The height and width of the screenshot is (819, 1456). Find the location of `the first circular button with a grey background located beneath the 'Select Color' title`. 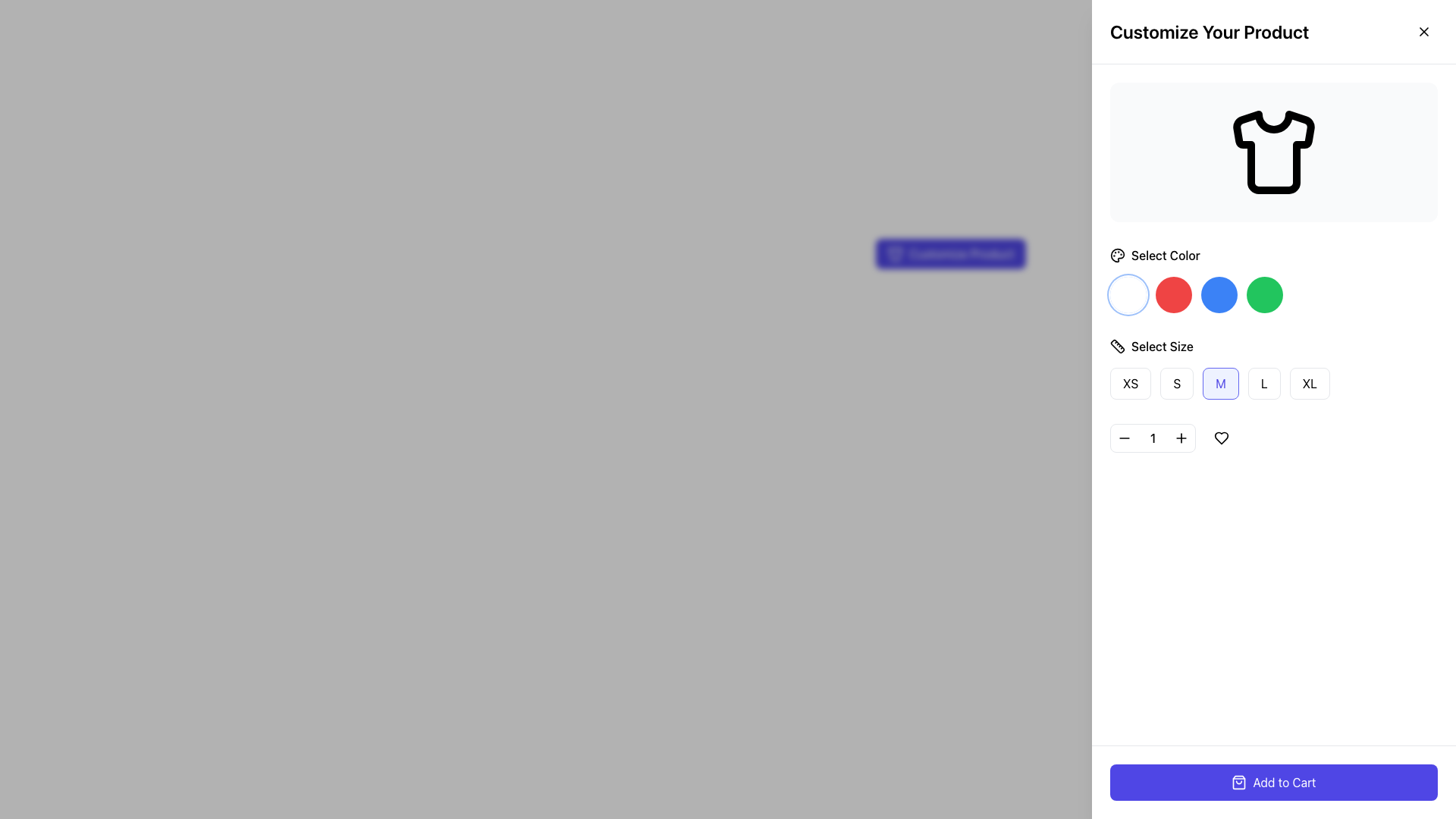

the first circular button with a grey background located beneath the 'Select Color' title is located at coordinates (1128, 295).